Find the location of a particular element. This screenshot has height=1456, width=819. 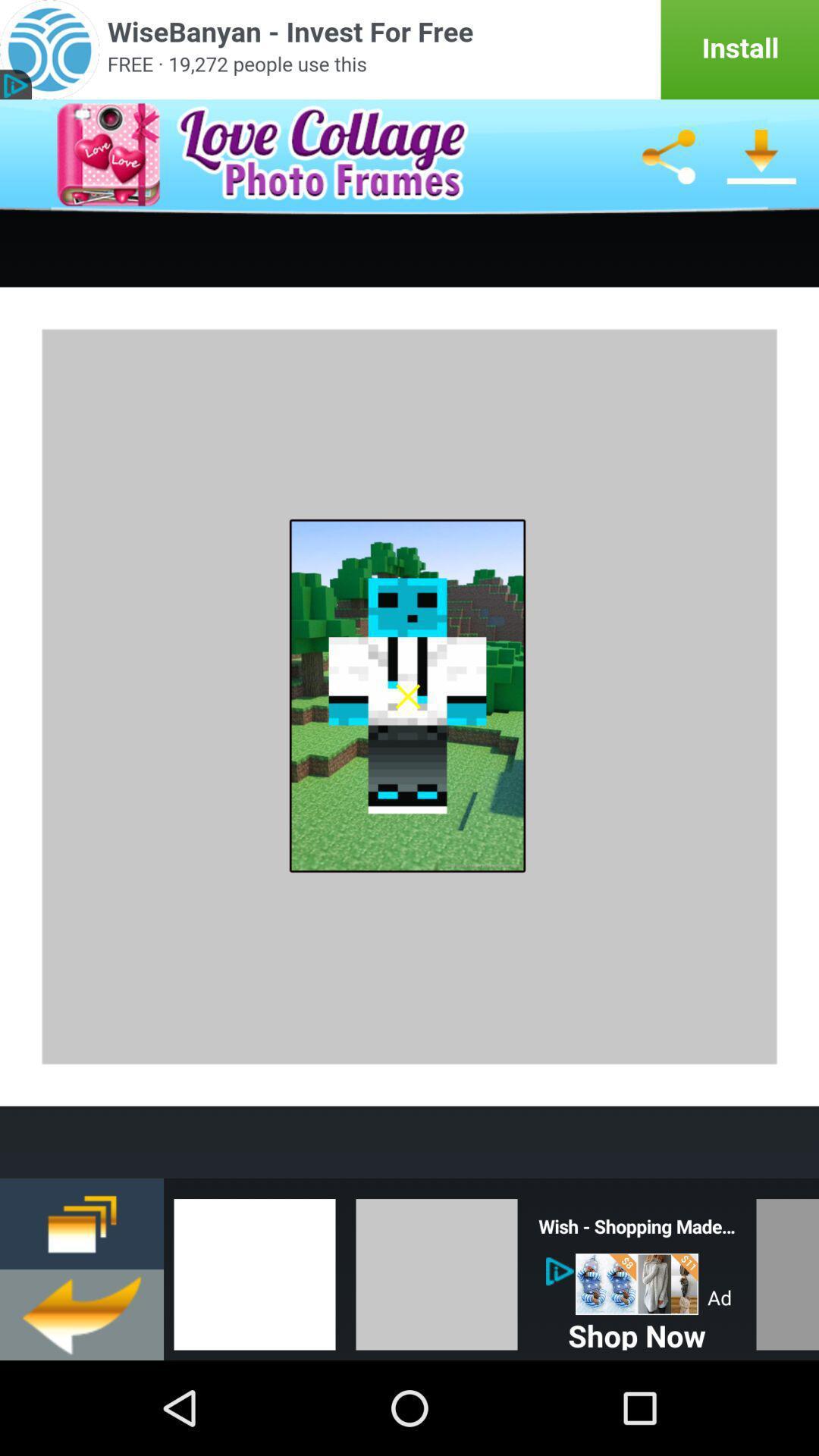

the share icon is located at coordinates (667, 168).